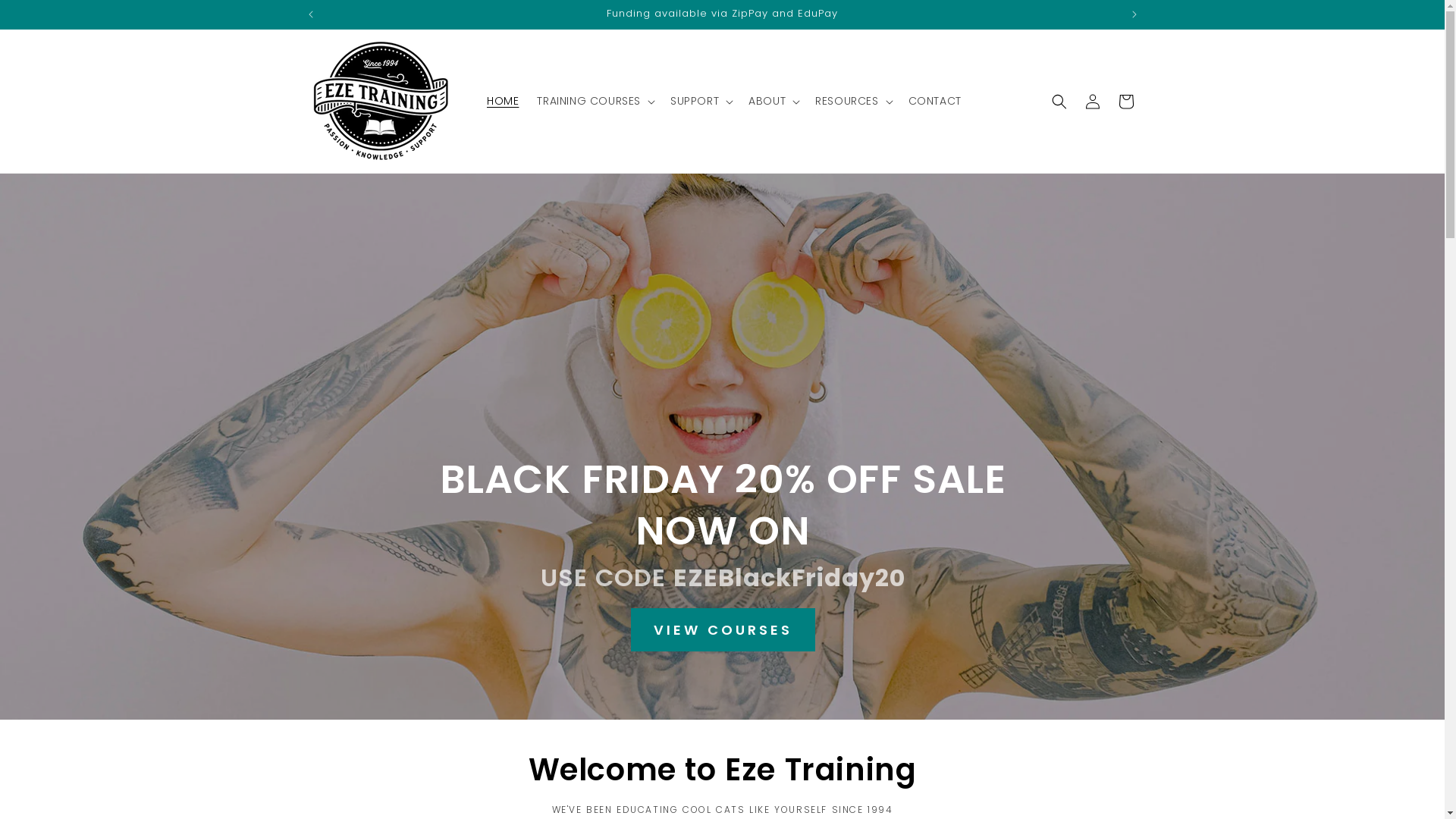 The image size is (1456, 819). I want to click on 'Cart', so click(1125, 102).